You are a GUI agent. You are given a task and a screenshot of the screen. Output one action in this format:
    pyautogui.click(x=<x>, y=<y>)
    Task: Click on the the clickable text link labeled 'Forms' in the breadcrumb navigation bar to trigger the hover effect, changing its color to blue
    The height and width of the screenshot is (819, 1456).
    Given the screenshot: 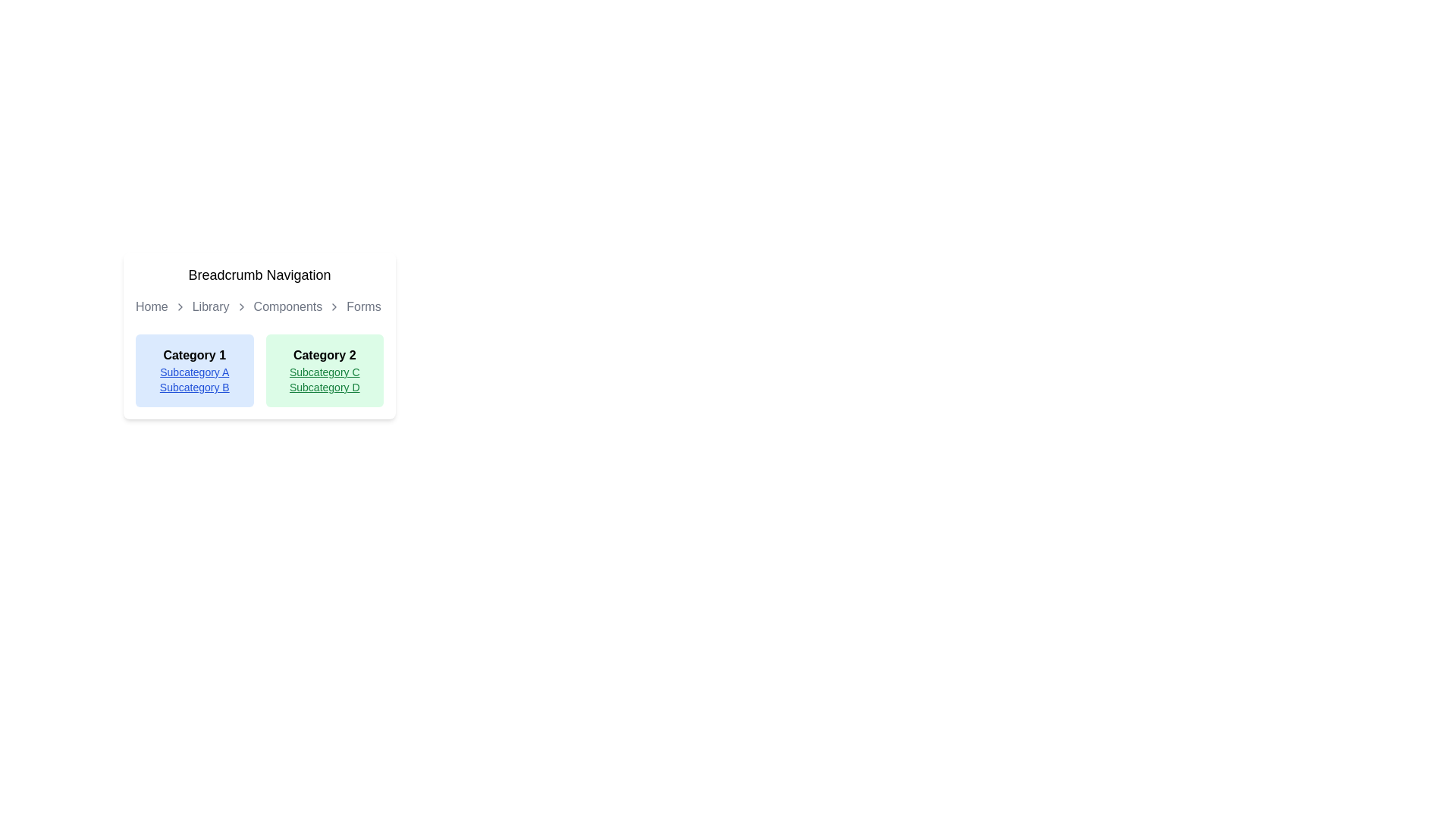 What is the action you would take?
    pyautogui.click(x=364, y=307)
    